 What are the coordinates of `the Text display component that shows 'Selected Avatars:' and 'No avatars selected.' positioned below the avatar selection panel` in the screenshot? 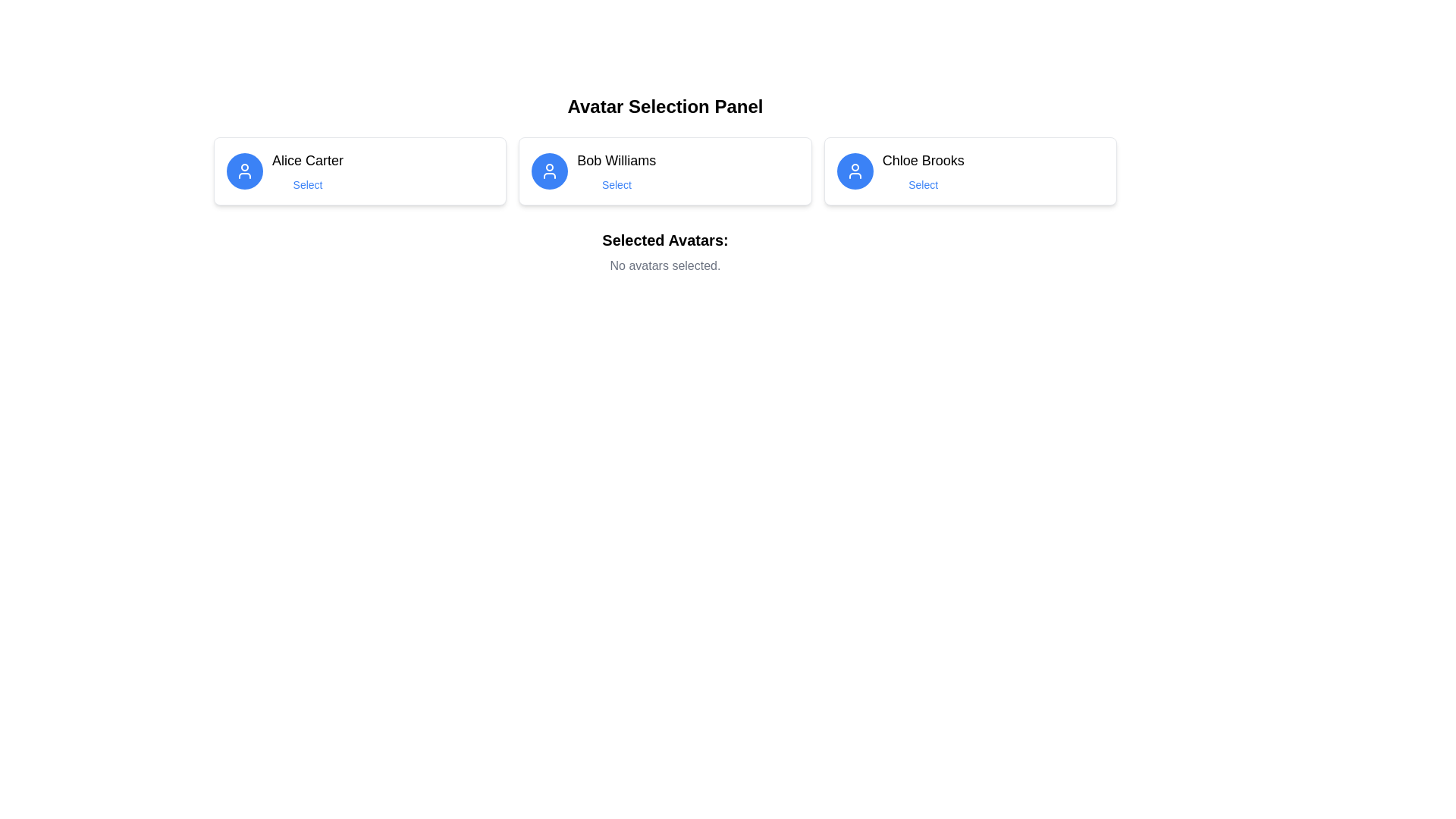 It's located at (665, 251).